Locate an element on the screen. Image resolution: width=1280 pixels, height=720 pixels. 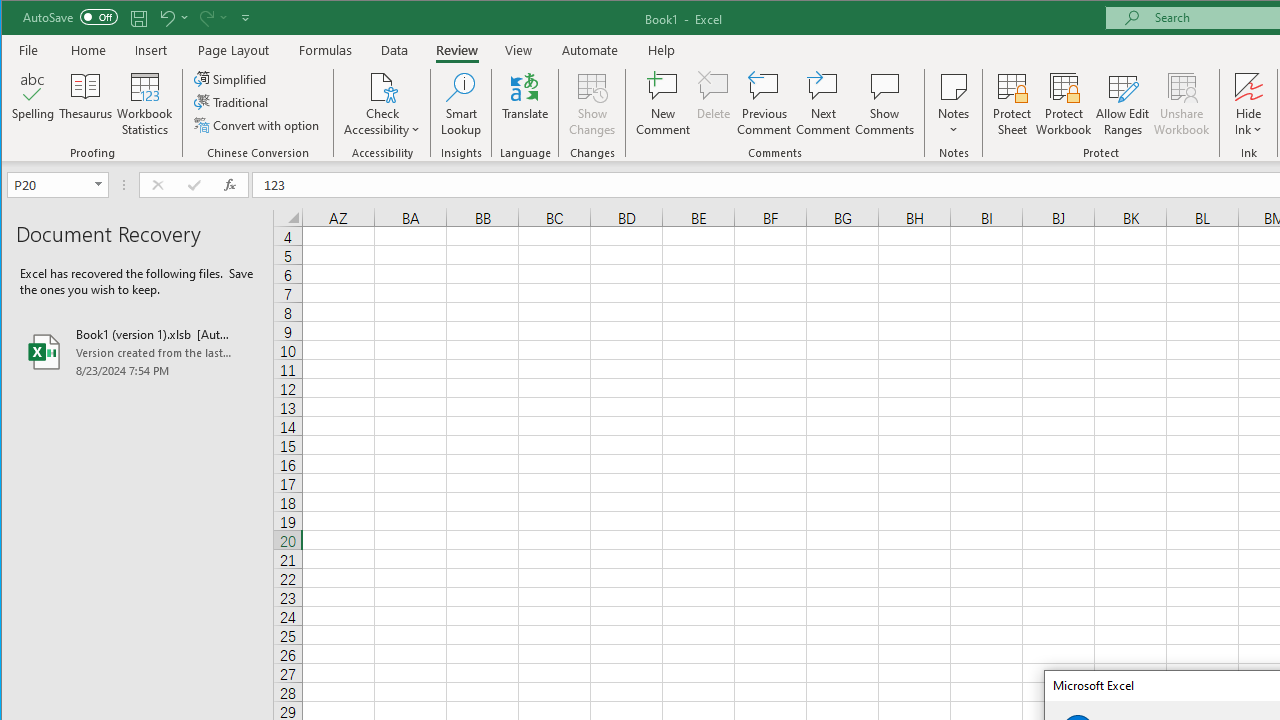
'New Comment' is located at coordinates (663, 104).